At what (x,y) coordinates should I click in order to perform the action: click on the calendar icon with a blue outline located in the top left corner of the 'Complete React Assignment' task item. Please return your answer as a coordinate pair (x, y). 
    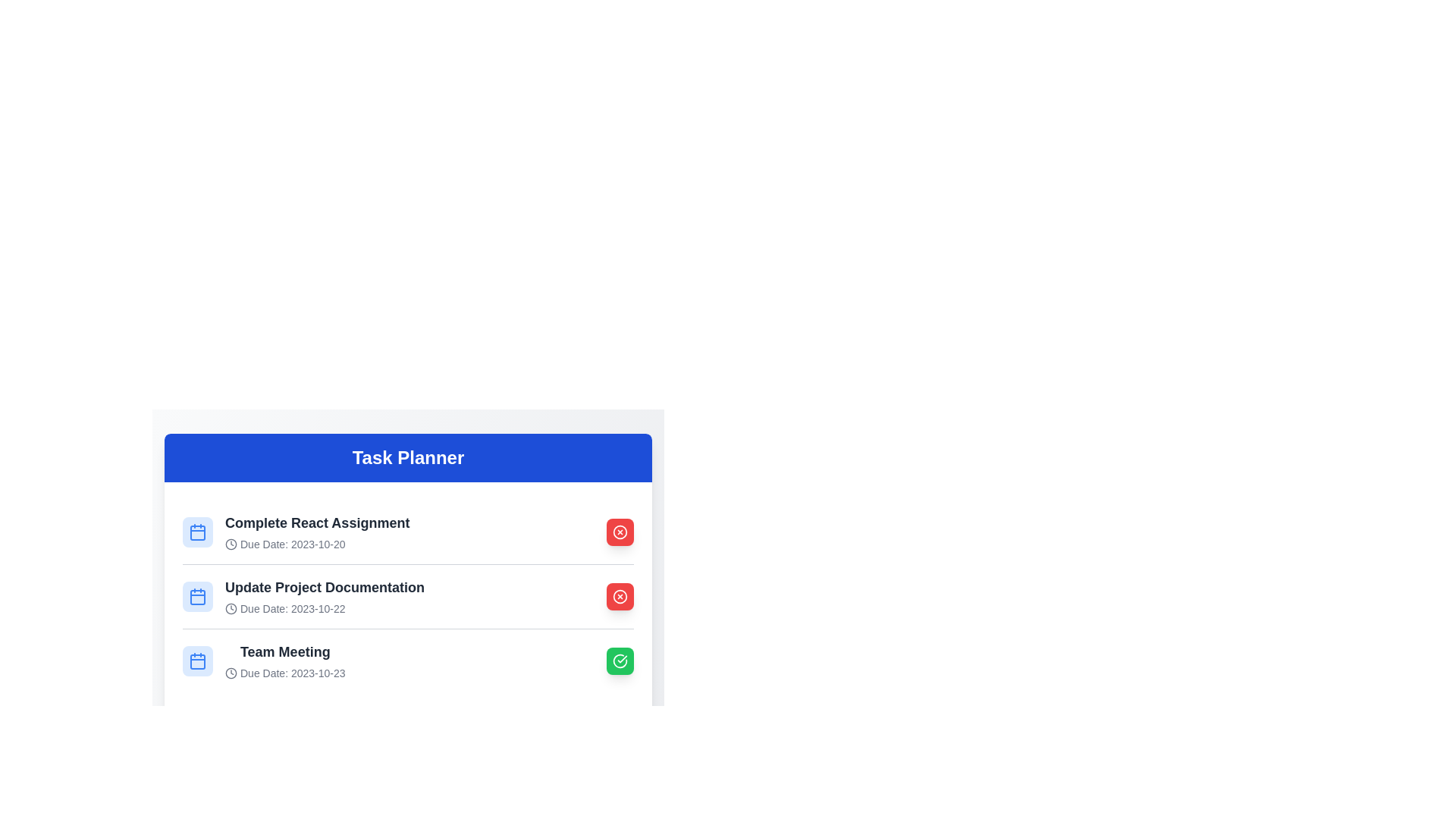
    Looking at the image, I should click on (196, 532).